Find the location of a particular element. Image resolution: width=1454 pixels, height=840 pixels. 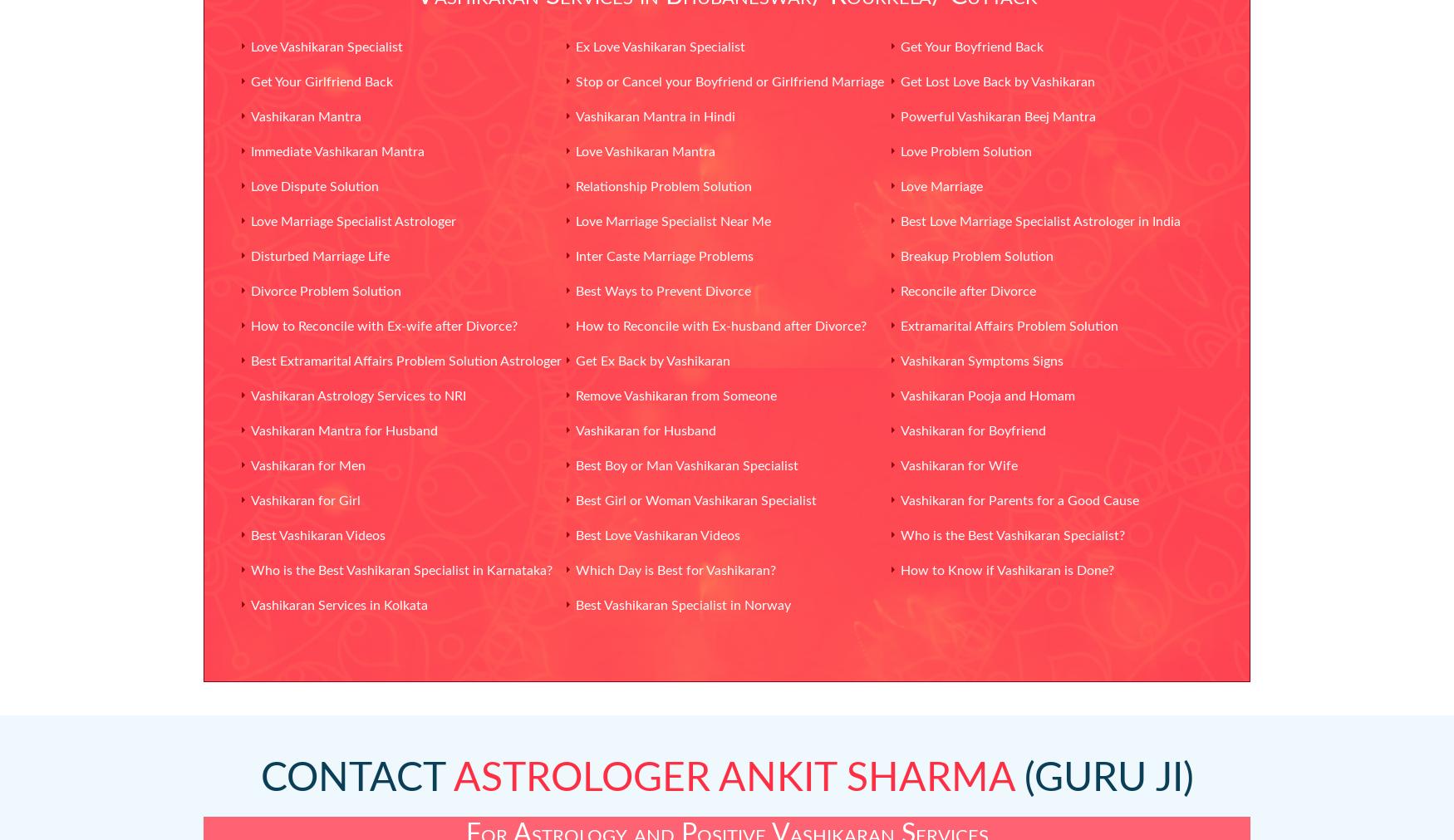

'Extramarital Affairs Problem Solution' is located at coordinates (900, 325).